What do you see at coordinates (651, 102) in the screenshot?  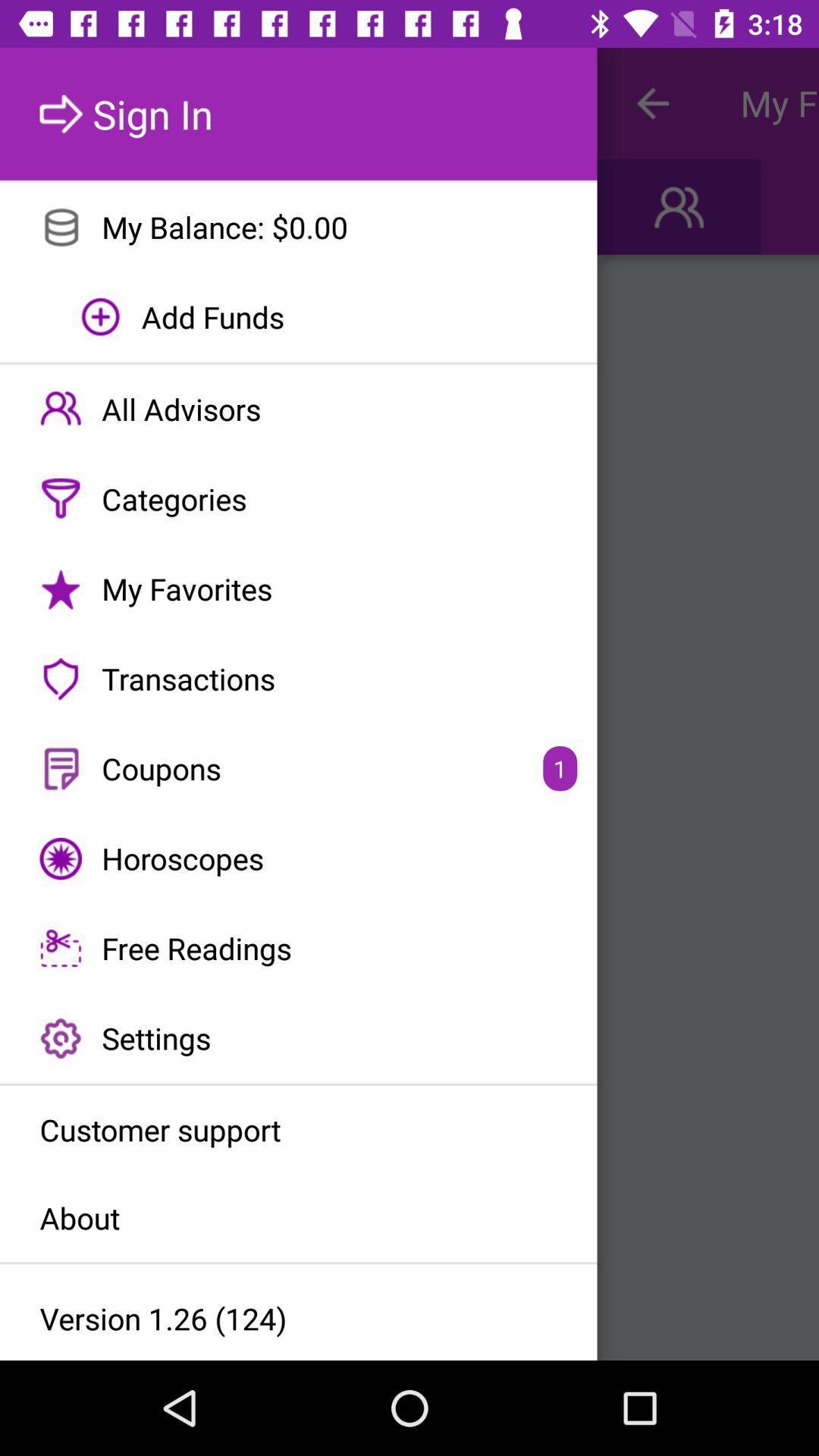 I see `icon to the right of sign in item` at bounding box center [651, 102].